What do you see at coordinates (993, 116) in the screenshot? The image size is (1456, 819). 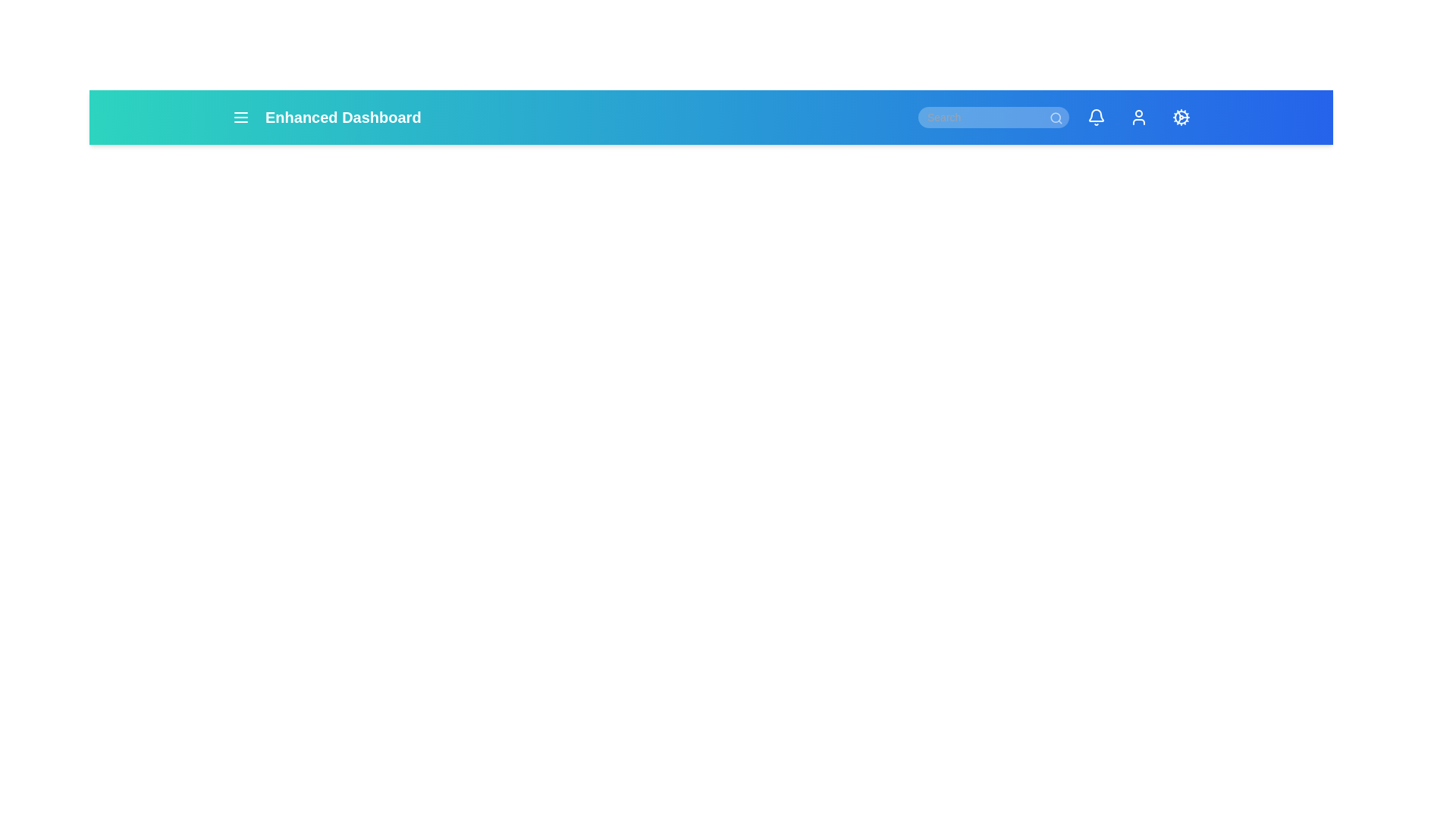 I see `the search input field to focus it` at bounding box center [993, 116].